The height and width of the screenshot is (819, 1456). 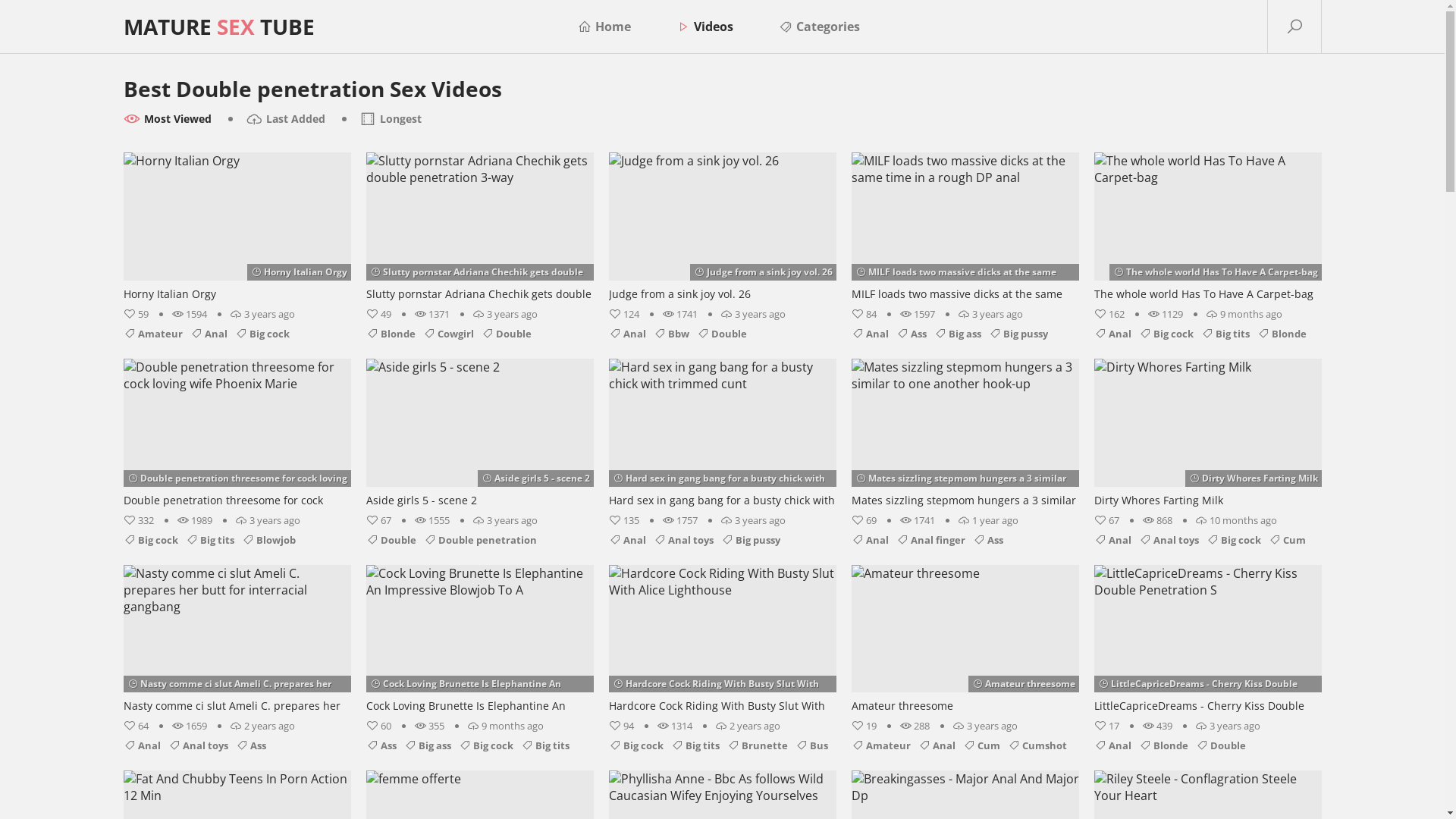 I want to click on 'Big cock', so click(x=262, y=332).